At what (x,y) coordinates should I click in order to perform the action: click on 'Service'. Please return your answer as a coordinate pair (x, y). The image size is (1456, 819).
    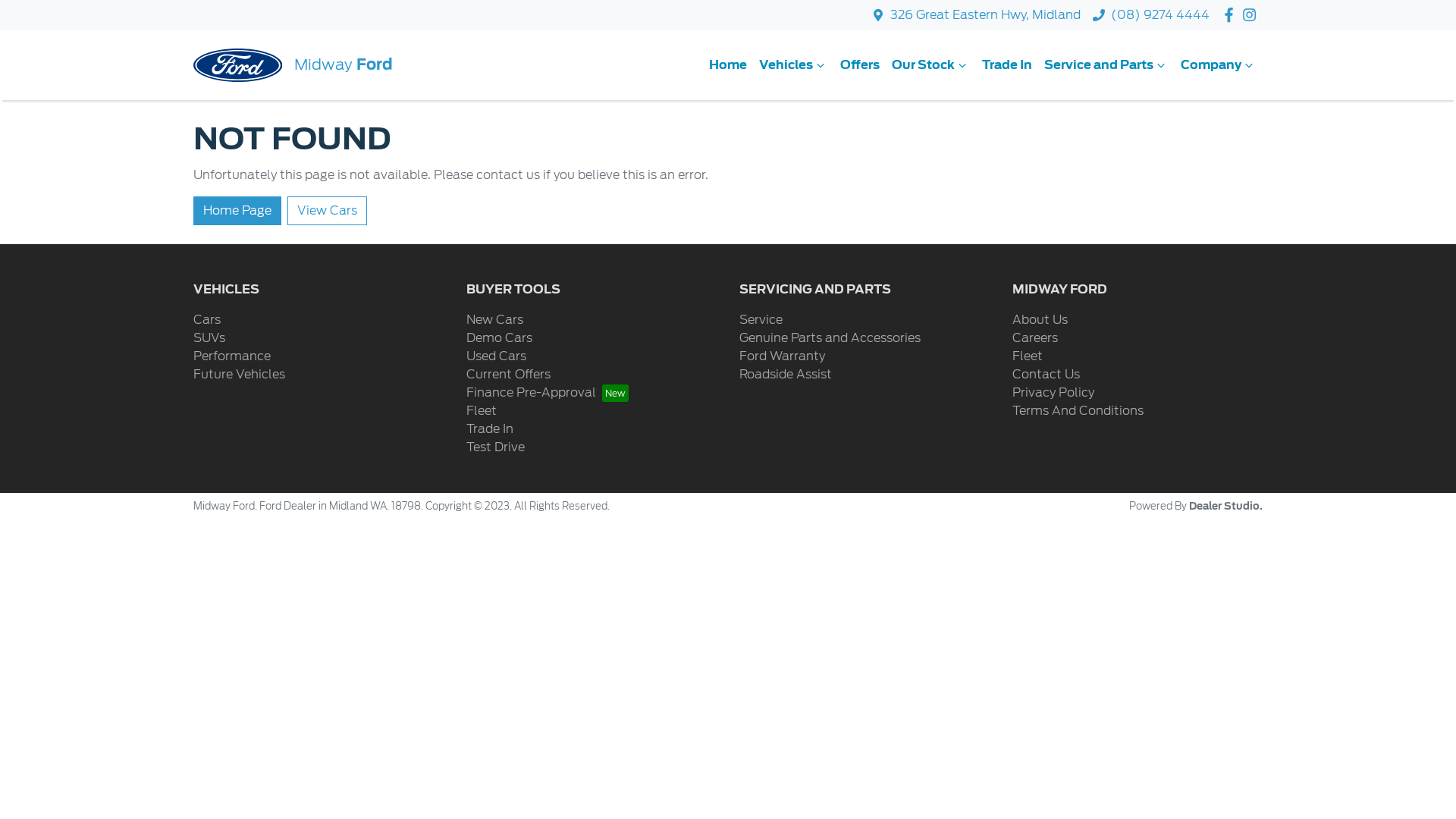
    Looking at the image, I should click on (761, 318).